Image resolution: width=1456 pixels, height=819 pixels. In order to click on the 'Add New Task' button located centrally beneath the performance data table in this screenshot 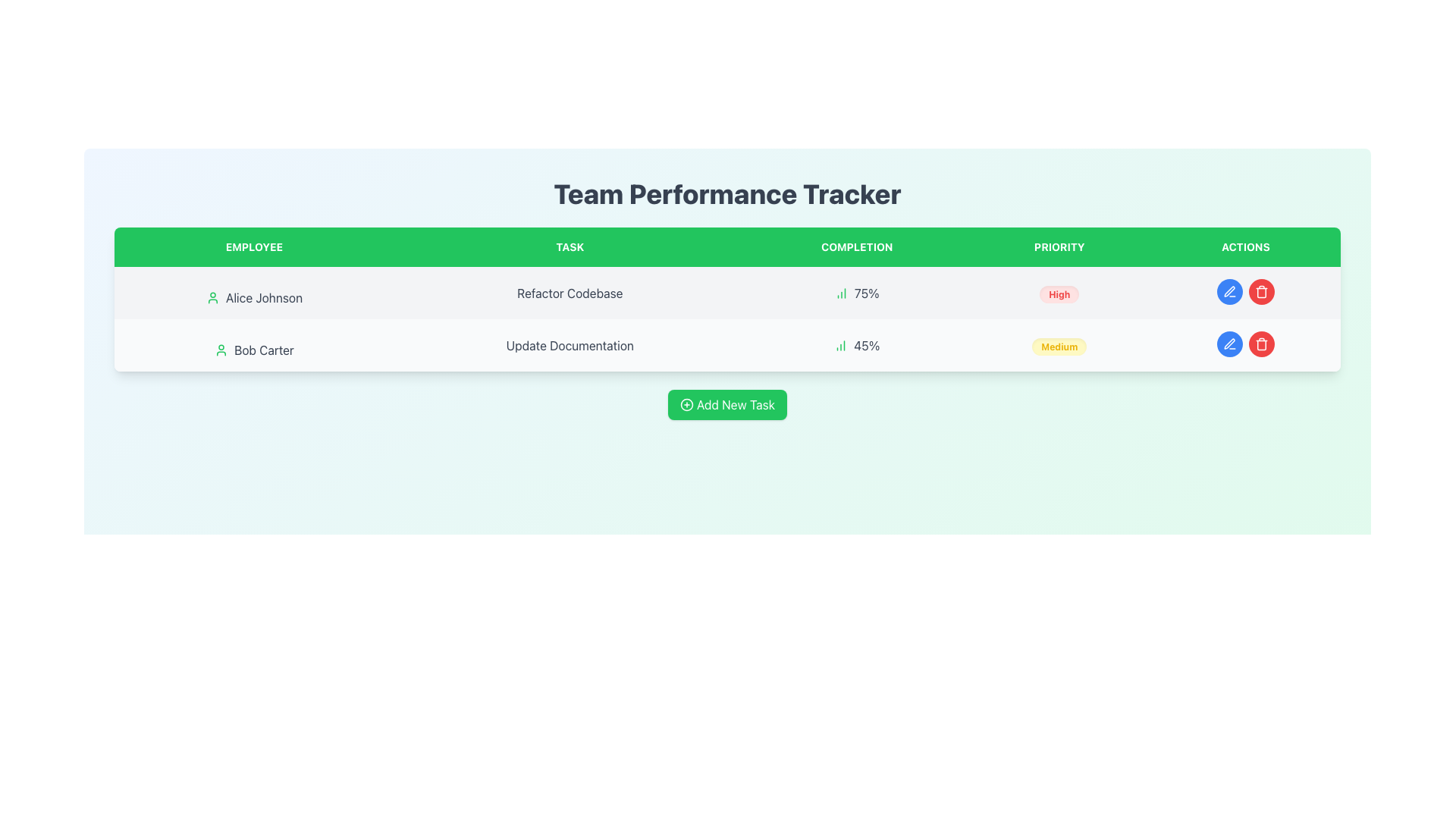, I will do `click(726, 403)`.